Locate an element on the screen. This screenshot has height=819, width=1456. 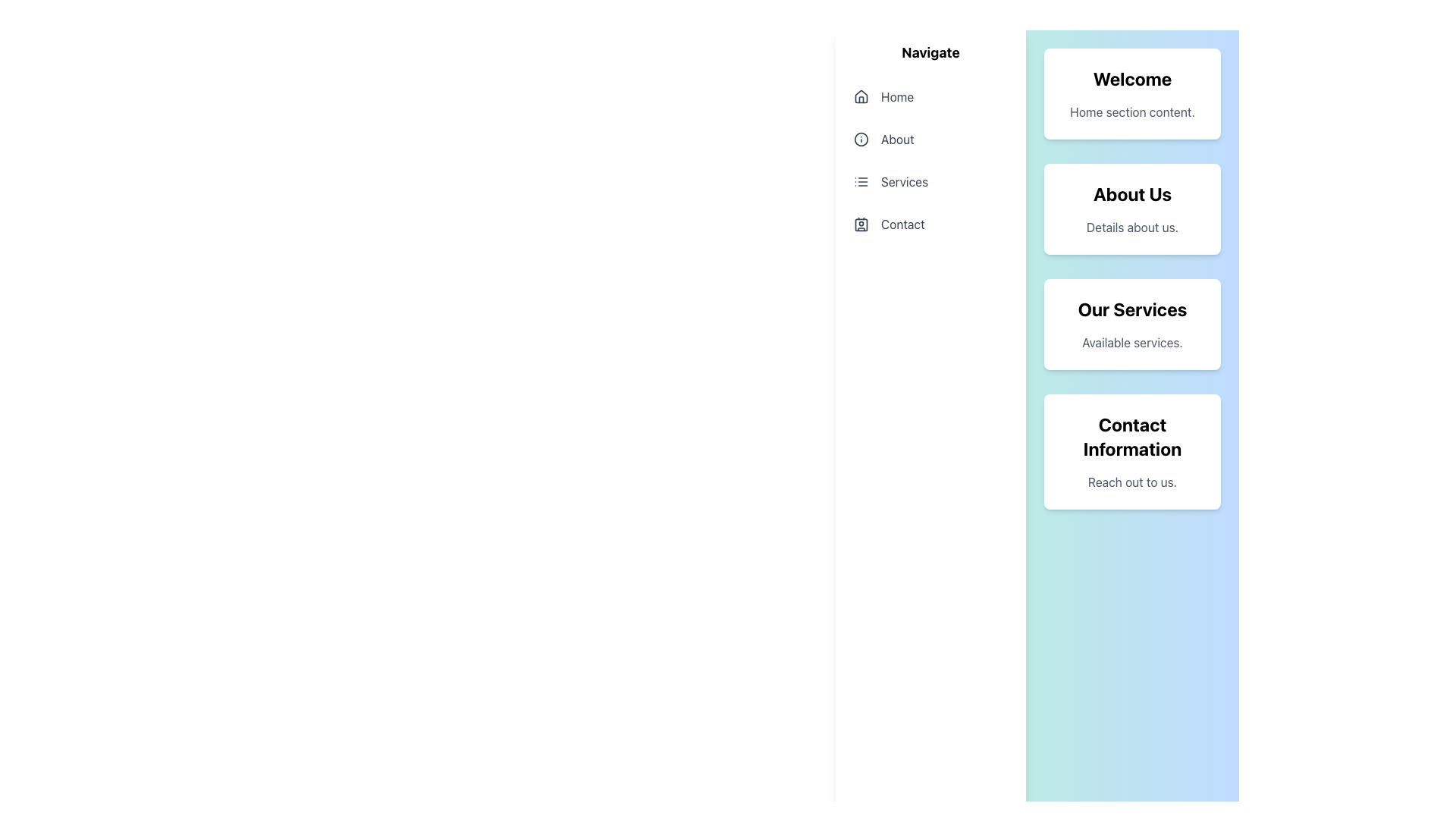
the bold 'Welcome' text element that is prominently displayed at the top of the 'Home' section is located at coordinates (1132, 79).